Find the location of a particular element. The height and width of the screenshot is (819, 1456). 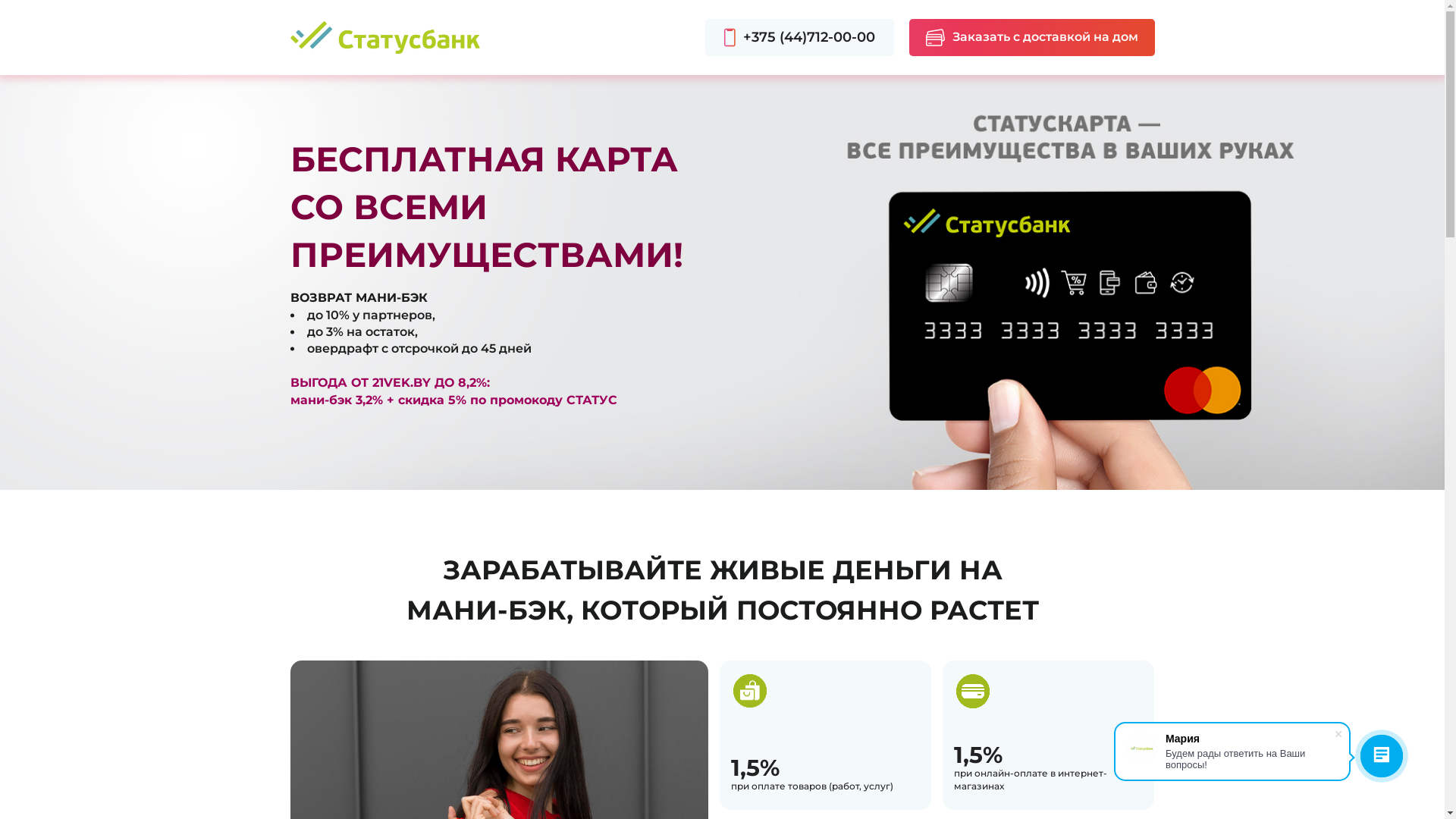

'+375 (44)712-00-00' is located at coordinates (799, 36).